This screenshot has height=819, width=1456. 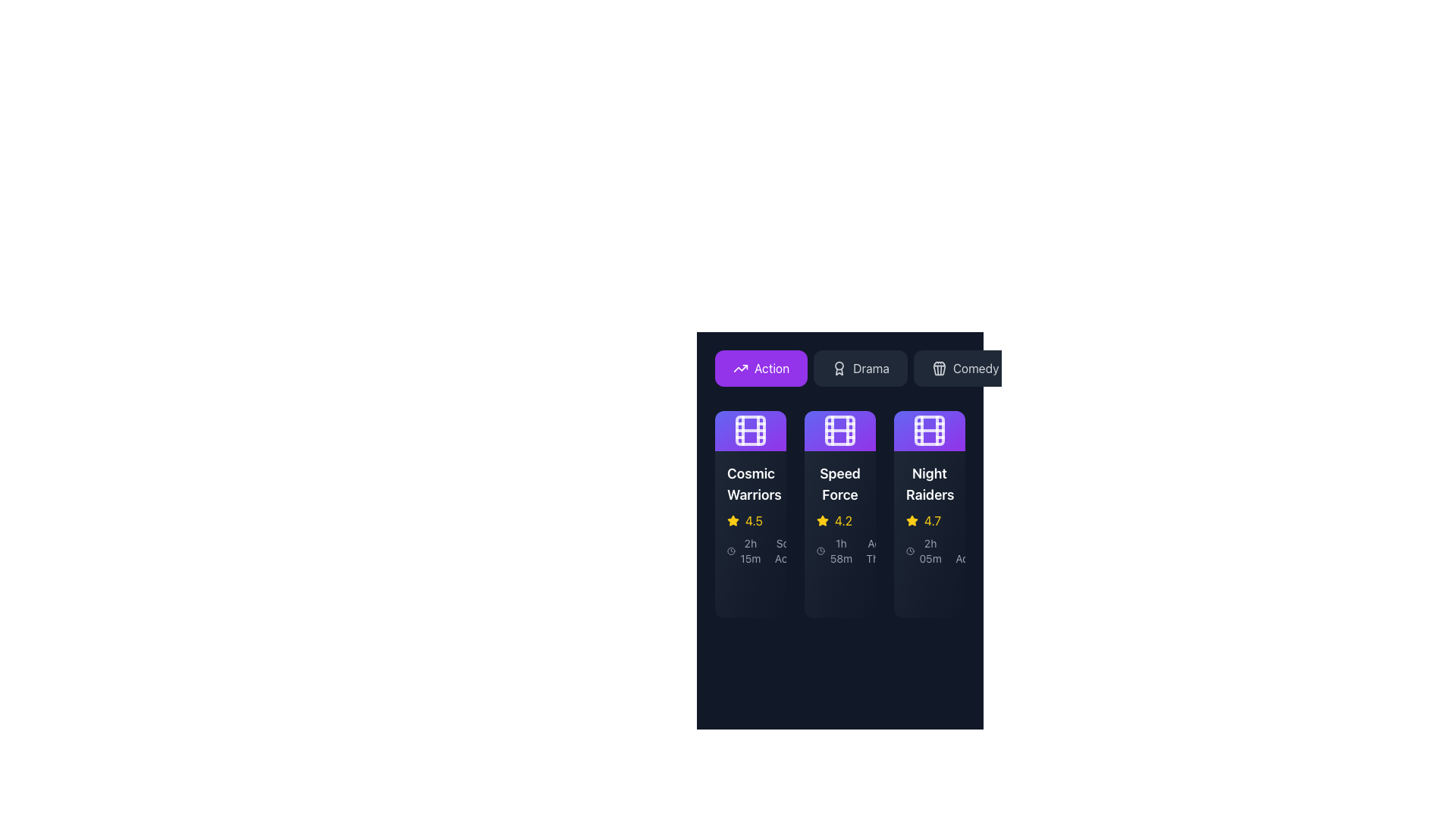 I want to click on the film icon styled as a grid-like rectangle with rounded corners, located in the first card titled 'Cosmic Warriors', so click(x=750, y=430).